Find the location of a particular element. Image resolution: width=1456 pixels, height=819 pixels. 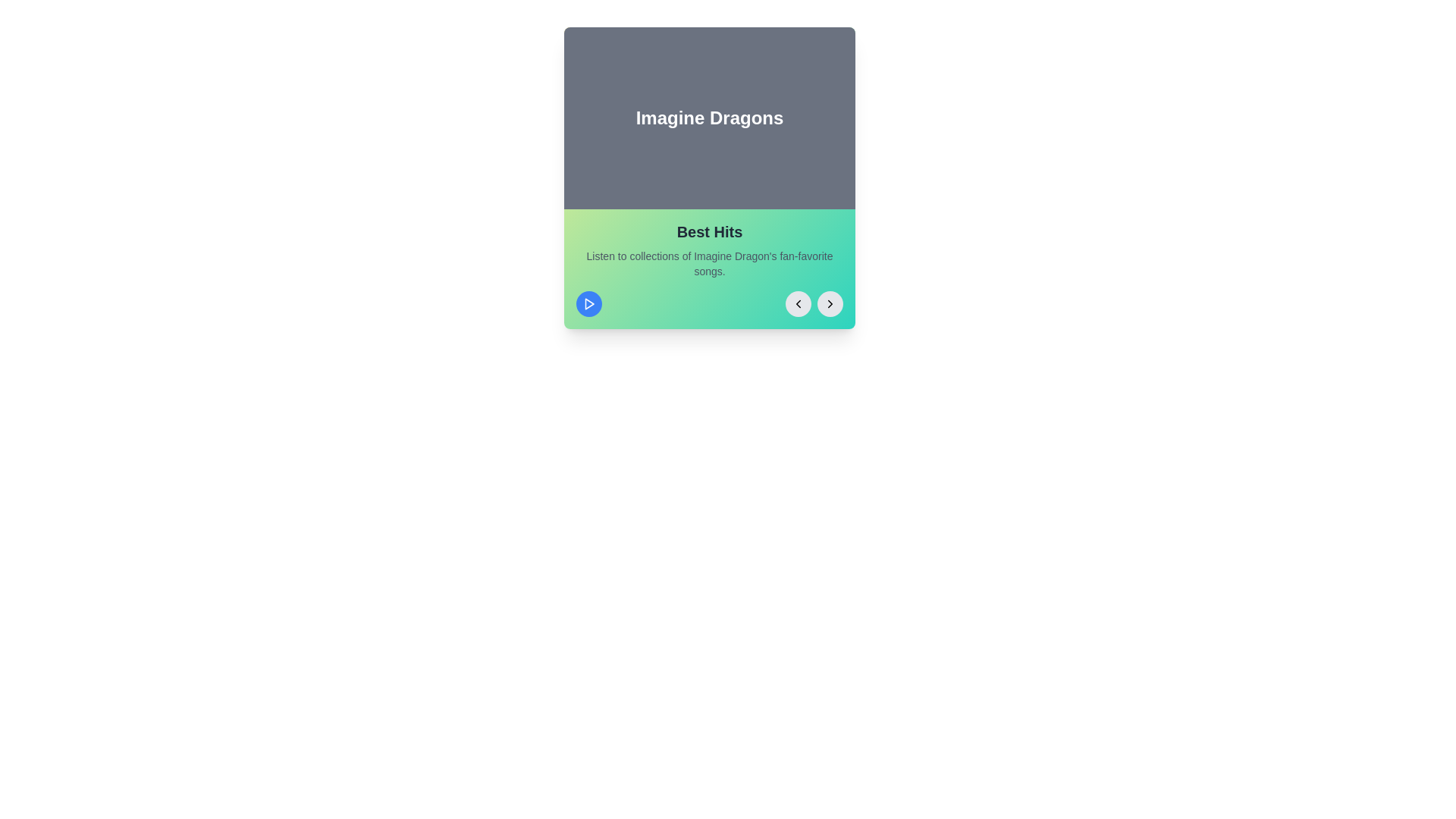

the circular button with a leftward-pointing chevron icon is located at coordinates (797, 304).